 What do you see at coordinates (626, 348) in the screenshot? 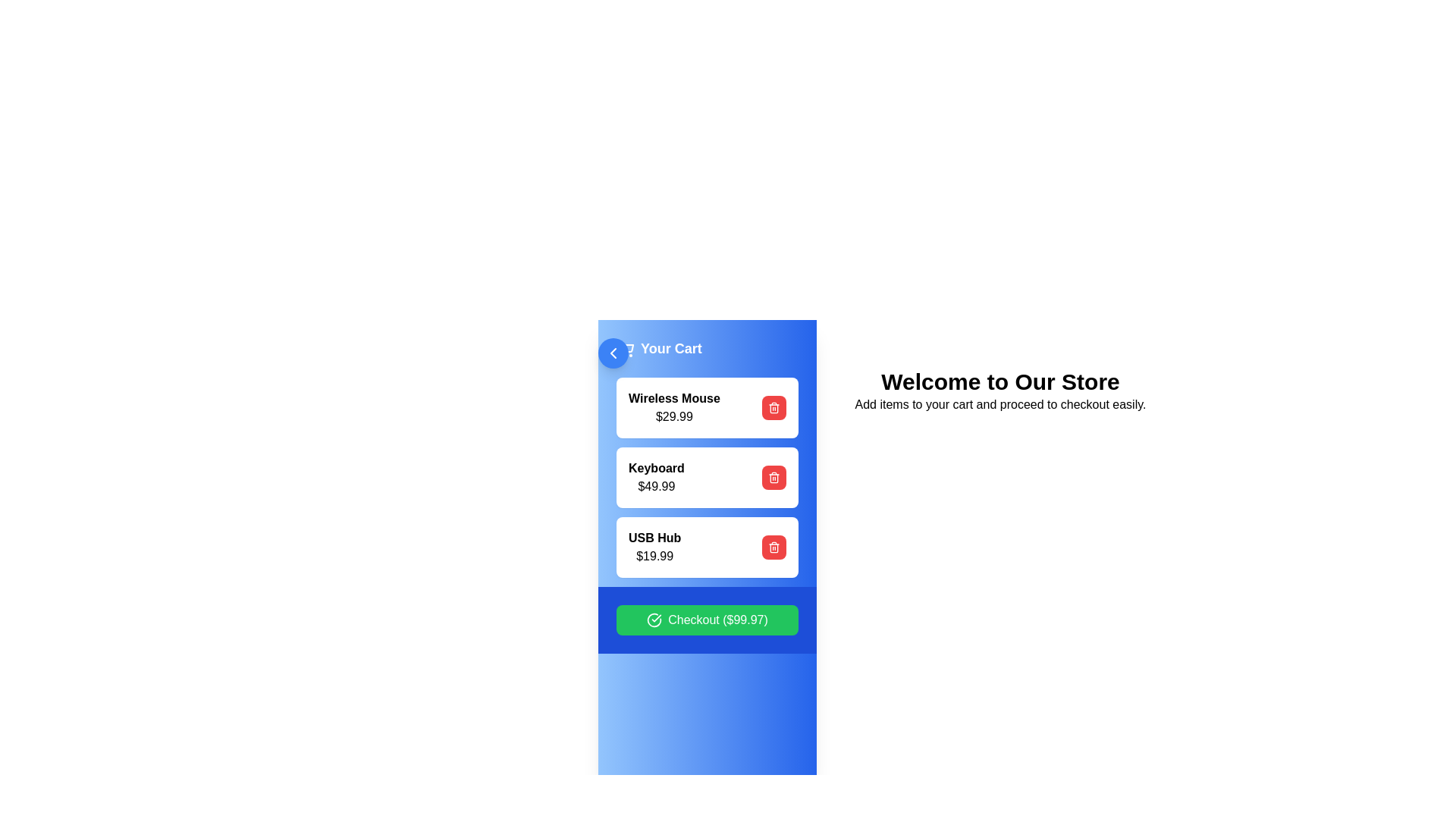
I see `shopping cart icon located adjacent to the text 'Your Cart' in the sidebar layout` at bounding box center [626, 348].